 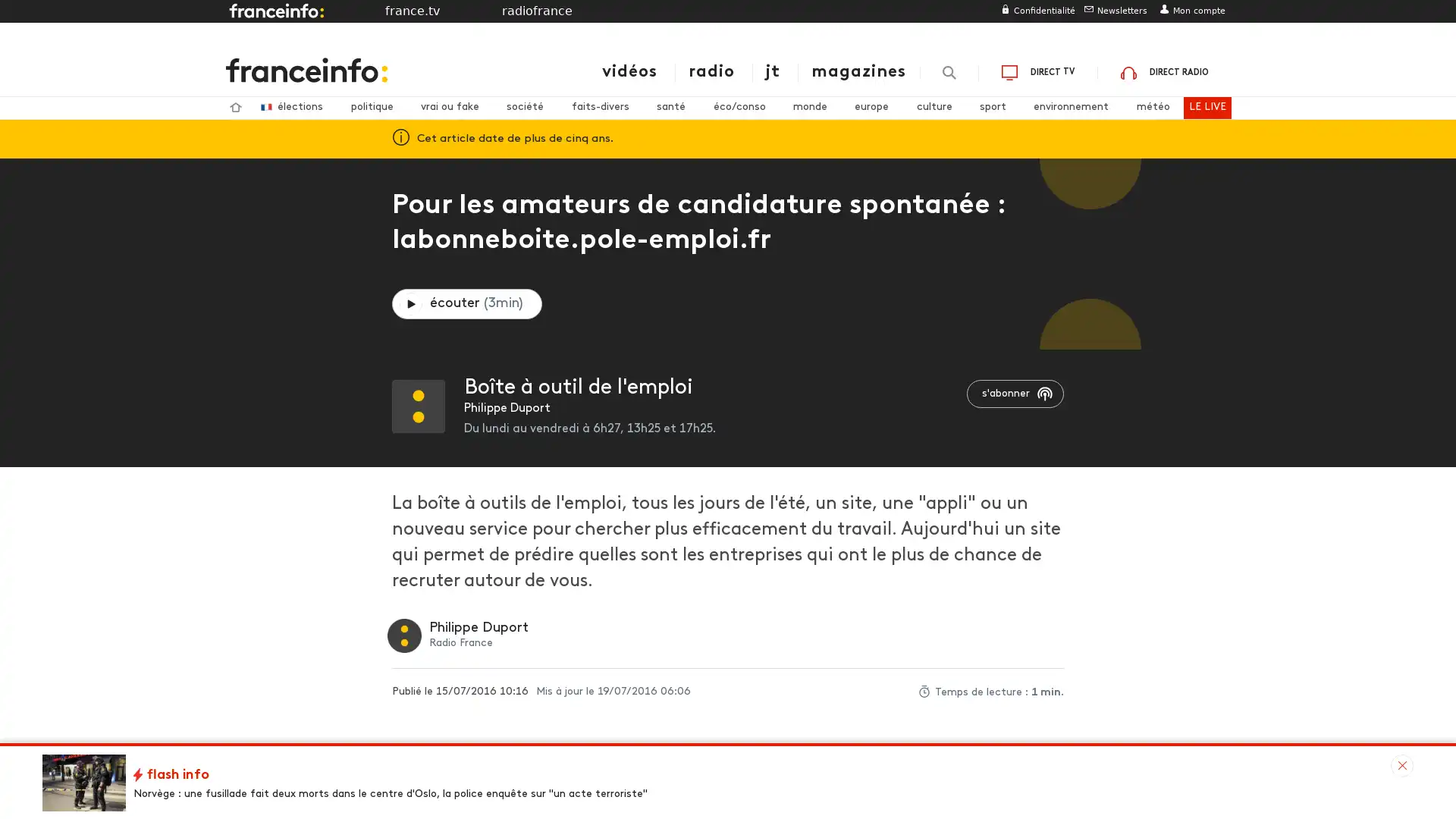 I want to click on Configurer vos consentements, so click(x=797, y=623).